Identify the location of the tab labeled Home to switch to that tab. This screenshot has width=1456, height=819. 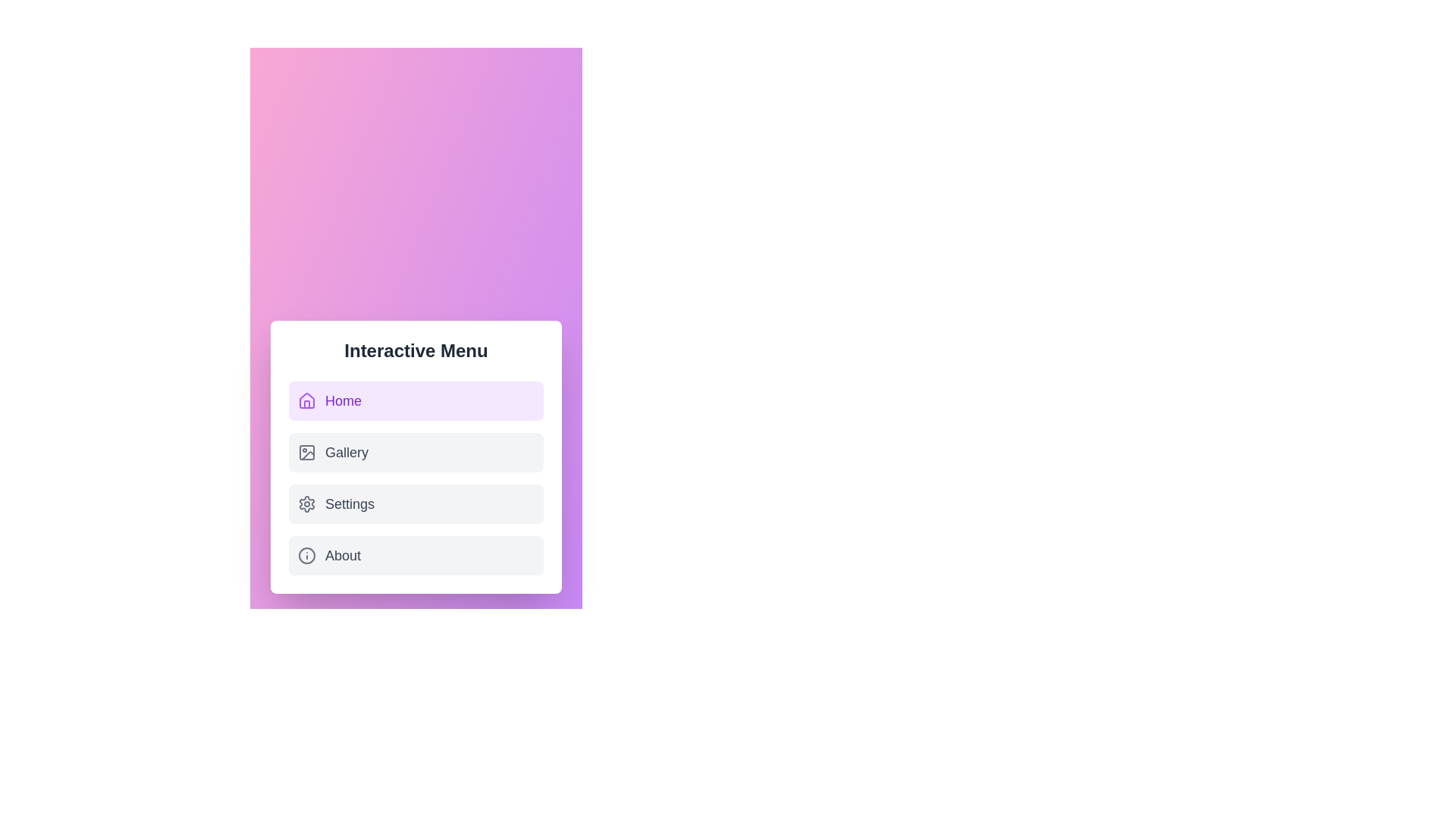
(416, 400).